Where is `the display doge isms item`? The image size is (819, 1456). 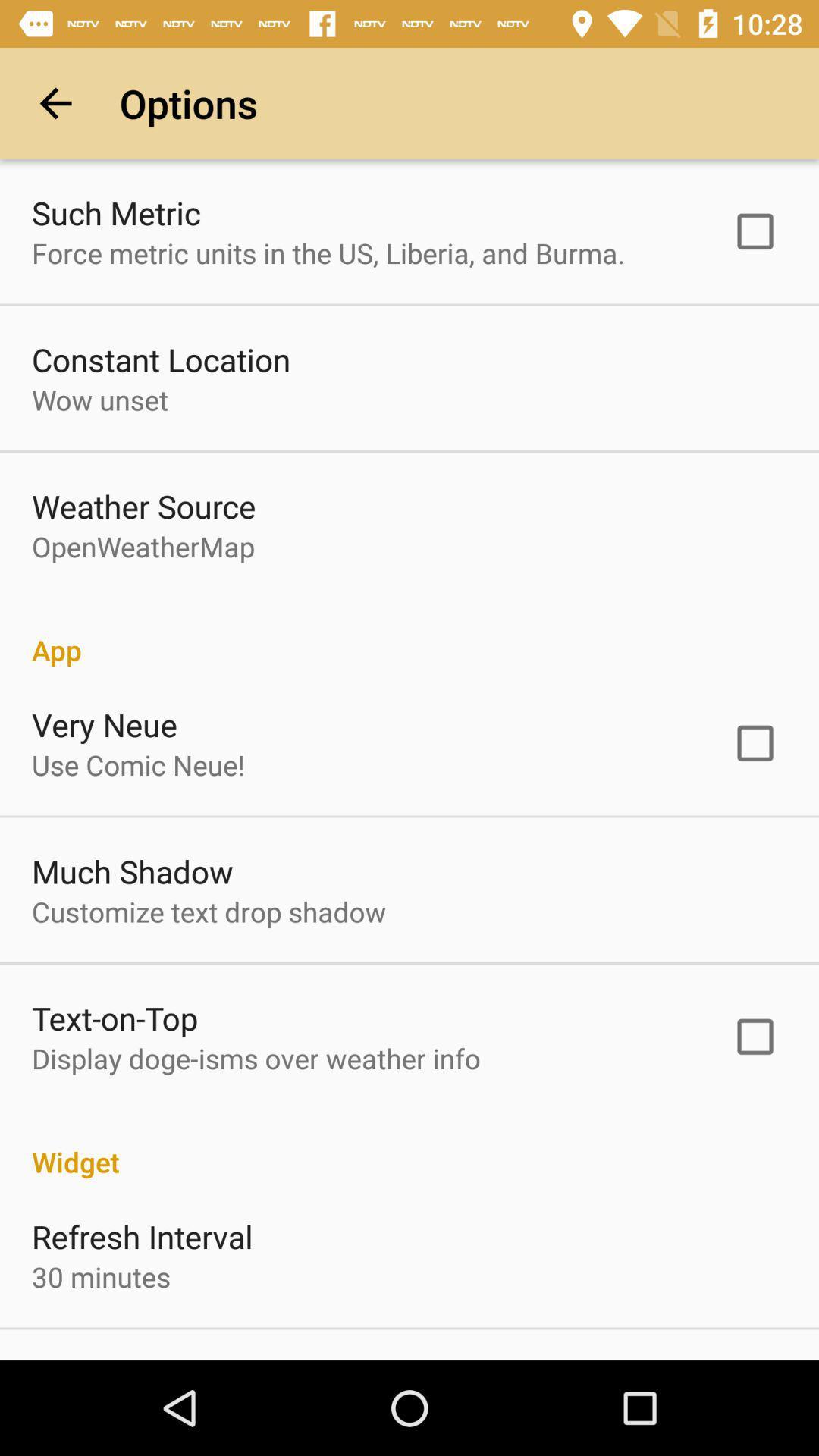 the display doge isms item is located at coordinates (255, 1057).